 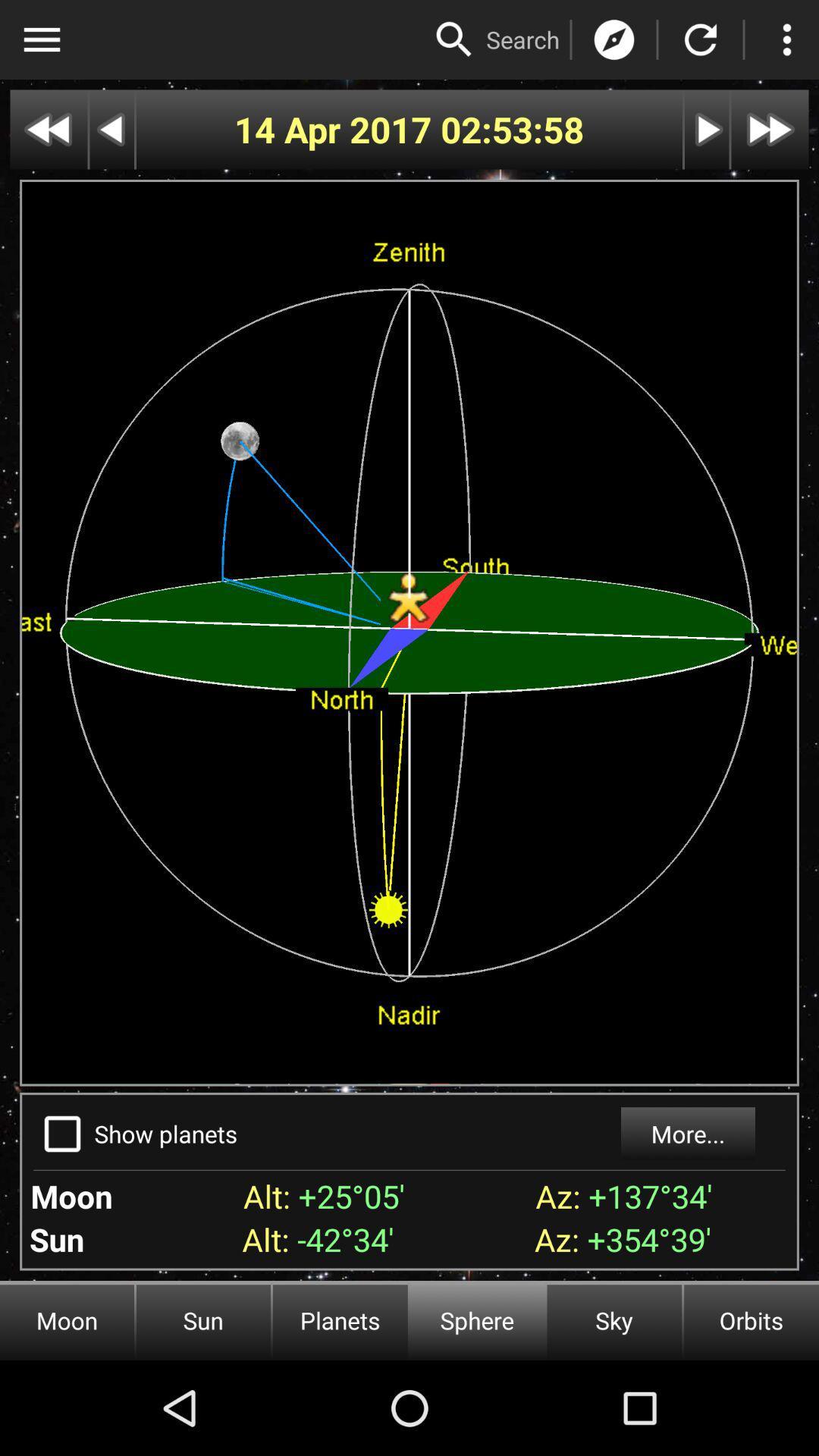 I want to click on the av_forward icon, so click(x=770, y=130).